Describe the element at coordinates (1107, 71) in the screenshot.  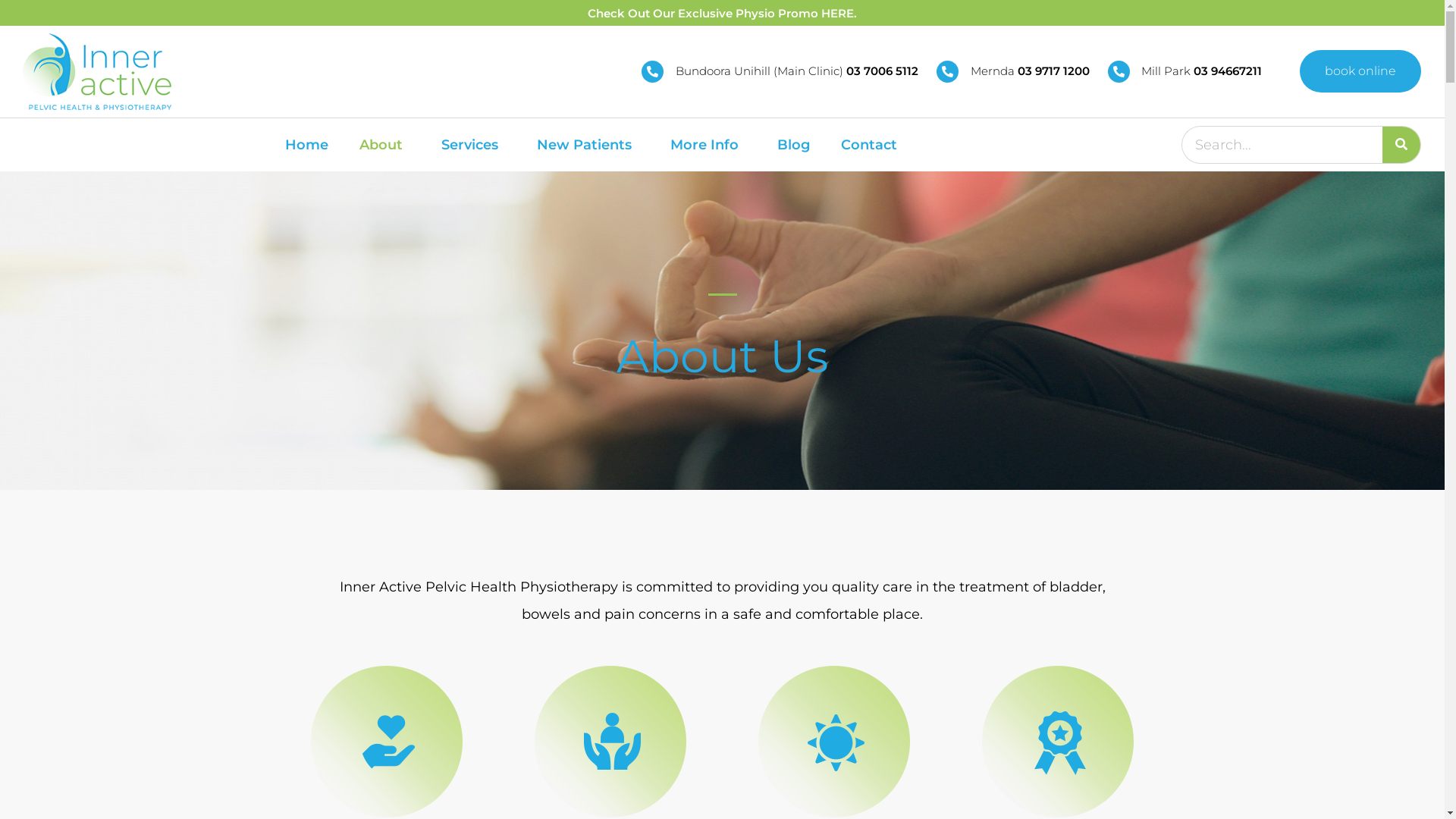
I see `'Mill Park 03 94667211'` at that location.